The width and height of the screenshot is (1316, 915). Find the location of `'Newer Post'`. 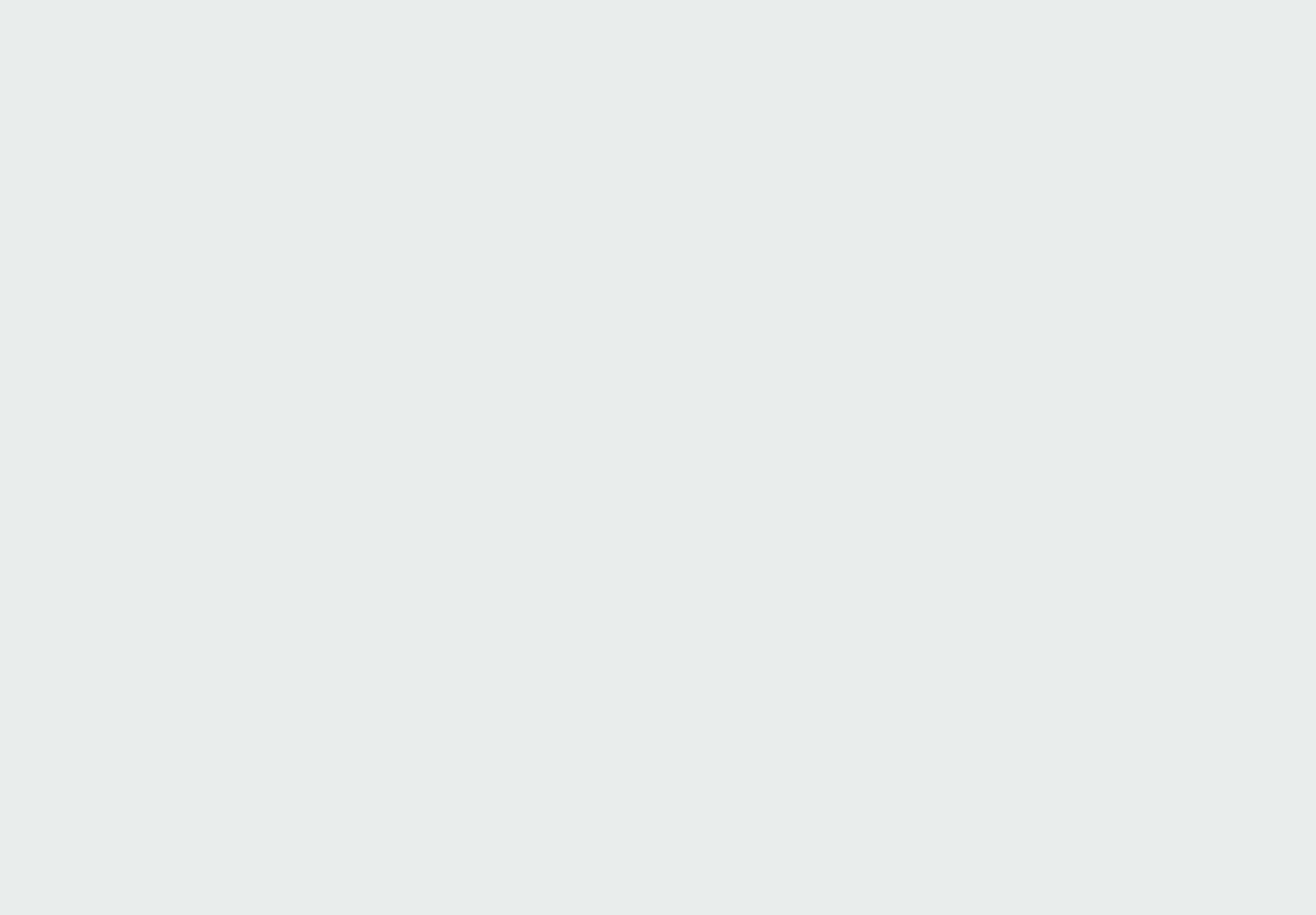

'Newer Post' is located at coordinates (73, 11).